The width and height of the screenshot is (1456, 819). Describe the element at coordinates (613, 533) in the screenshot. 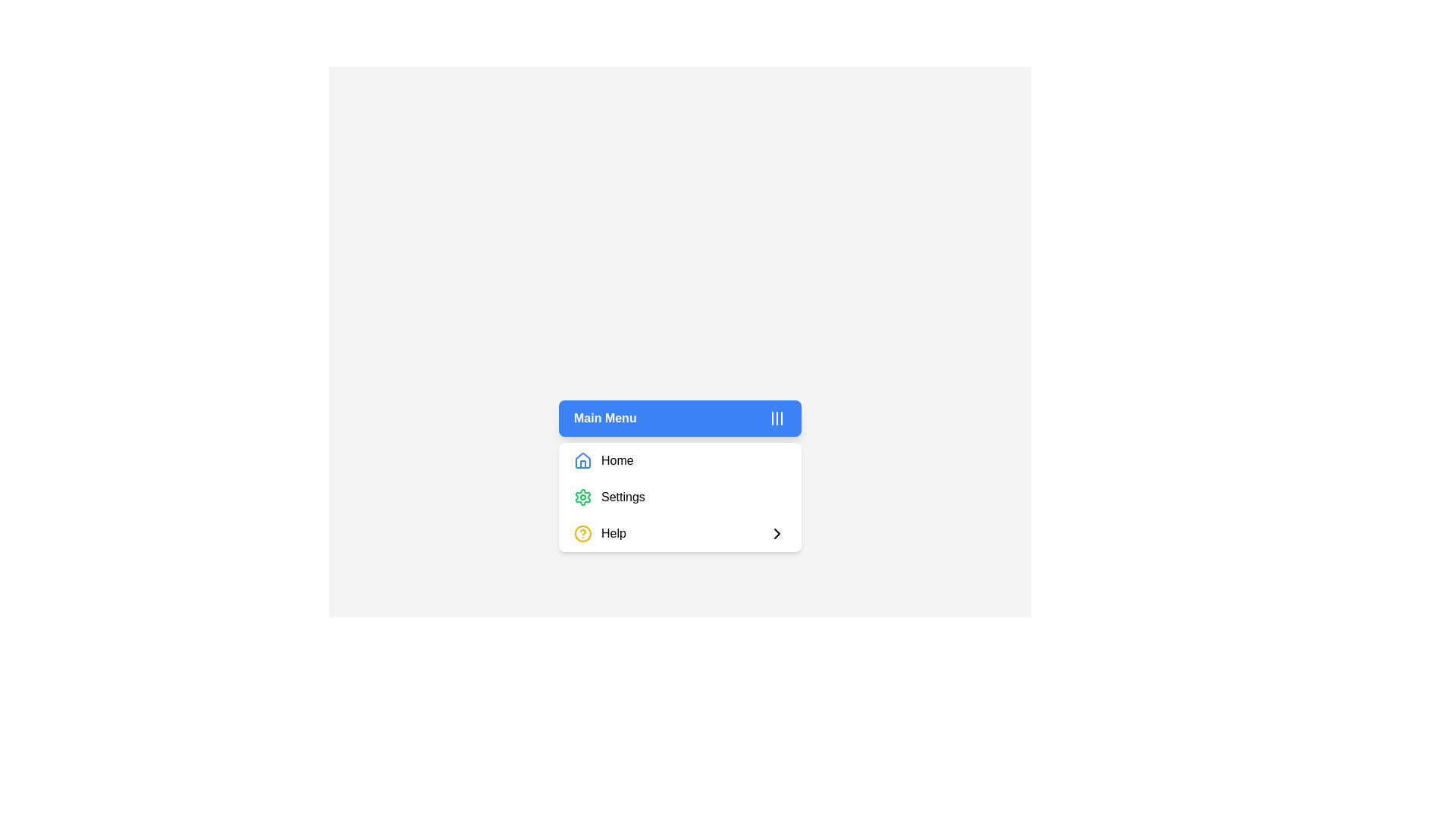

I see `the help text label located at the bottom-most line item of the vertical dropdown menu, which is identifiable by the accompanying yellow circle icon with a question mark and an arrow pointing right` at that location.